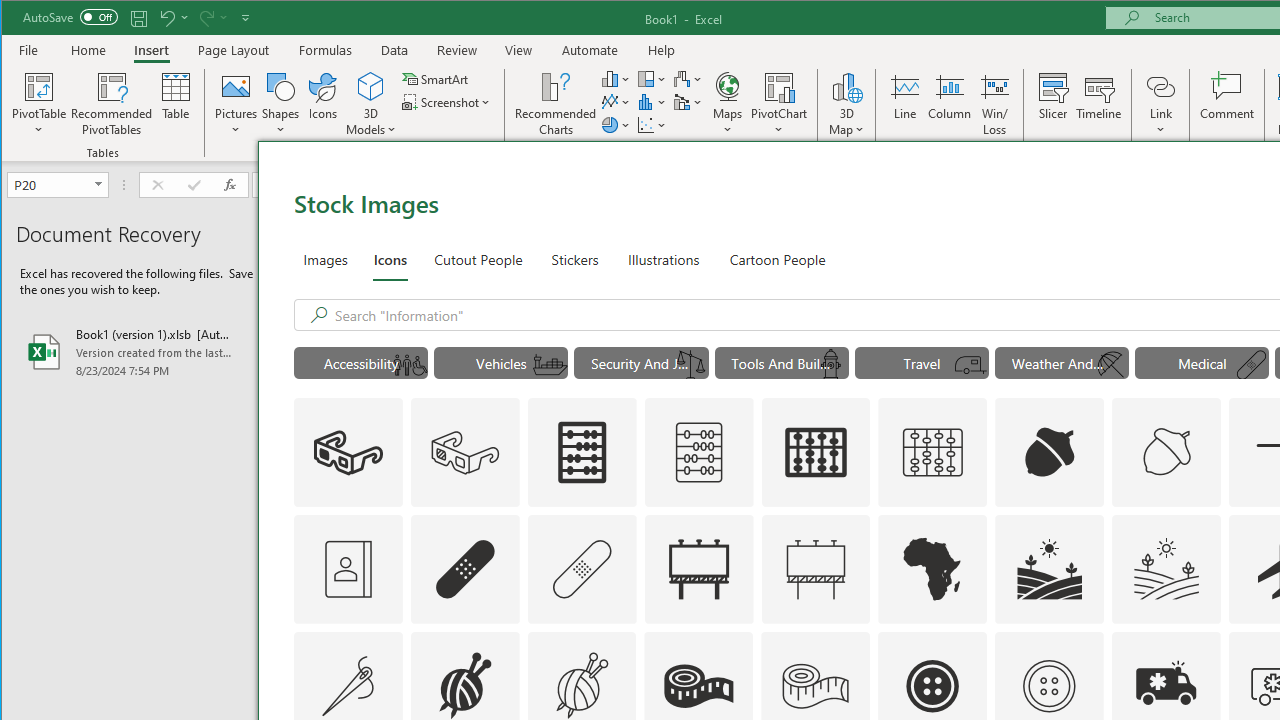 The width and height of the screenshot is (1280, 720). Describe the element at coordinates (781, 362) in the screenshot. I see `'"Tools And Building" Icons.'` at that location.